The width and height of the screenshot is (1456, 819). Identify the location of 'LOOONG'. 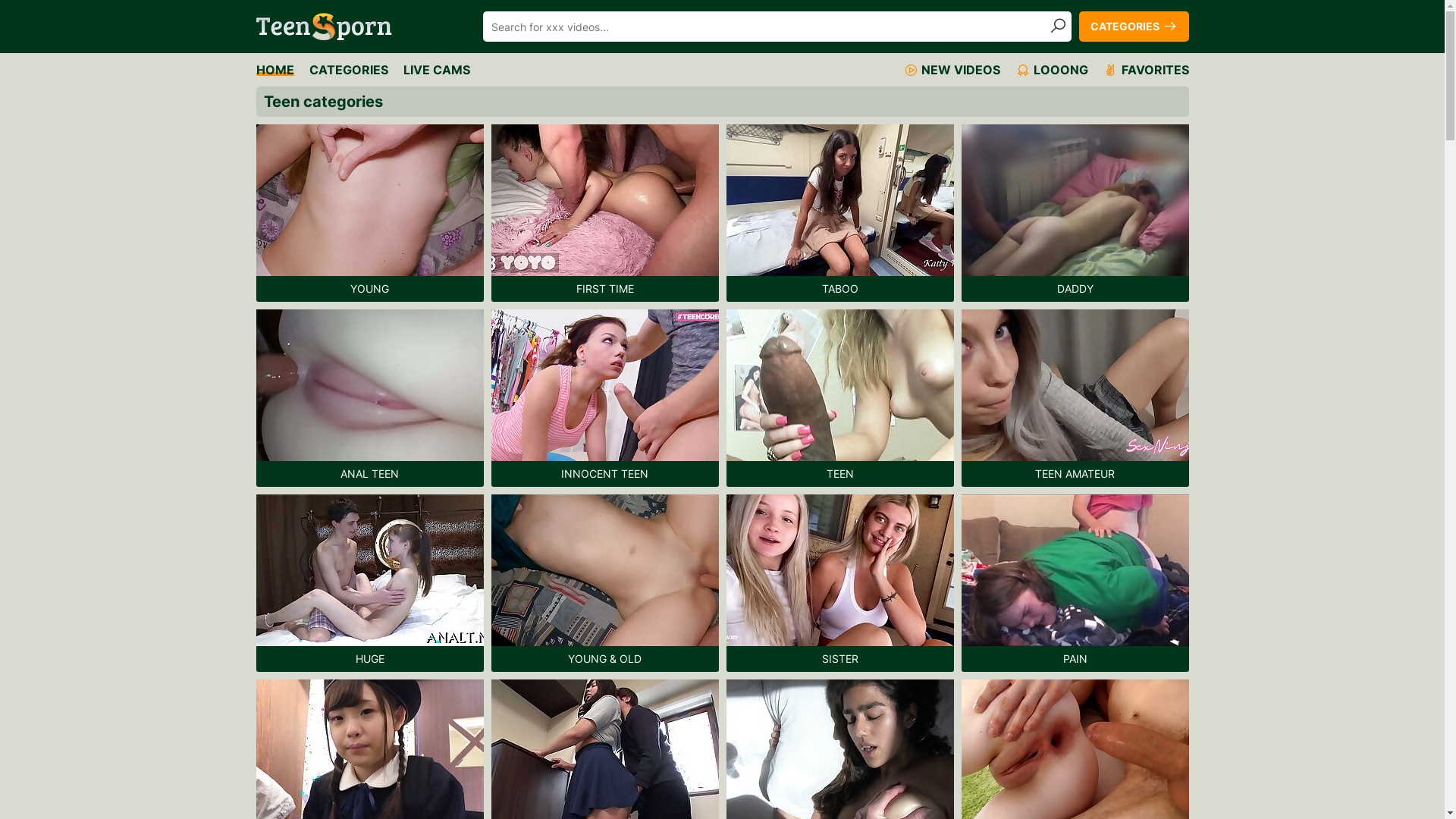
(1050, 70).